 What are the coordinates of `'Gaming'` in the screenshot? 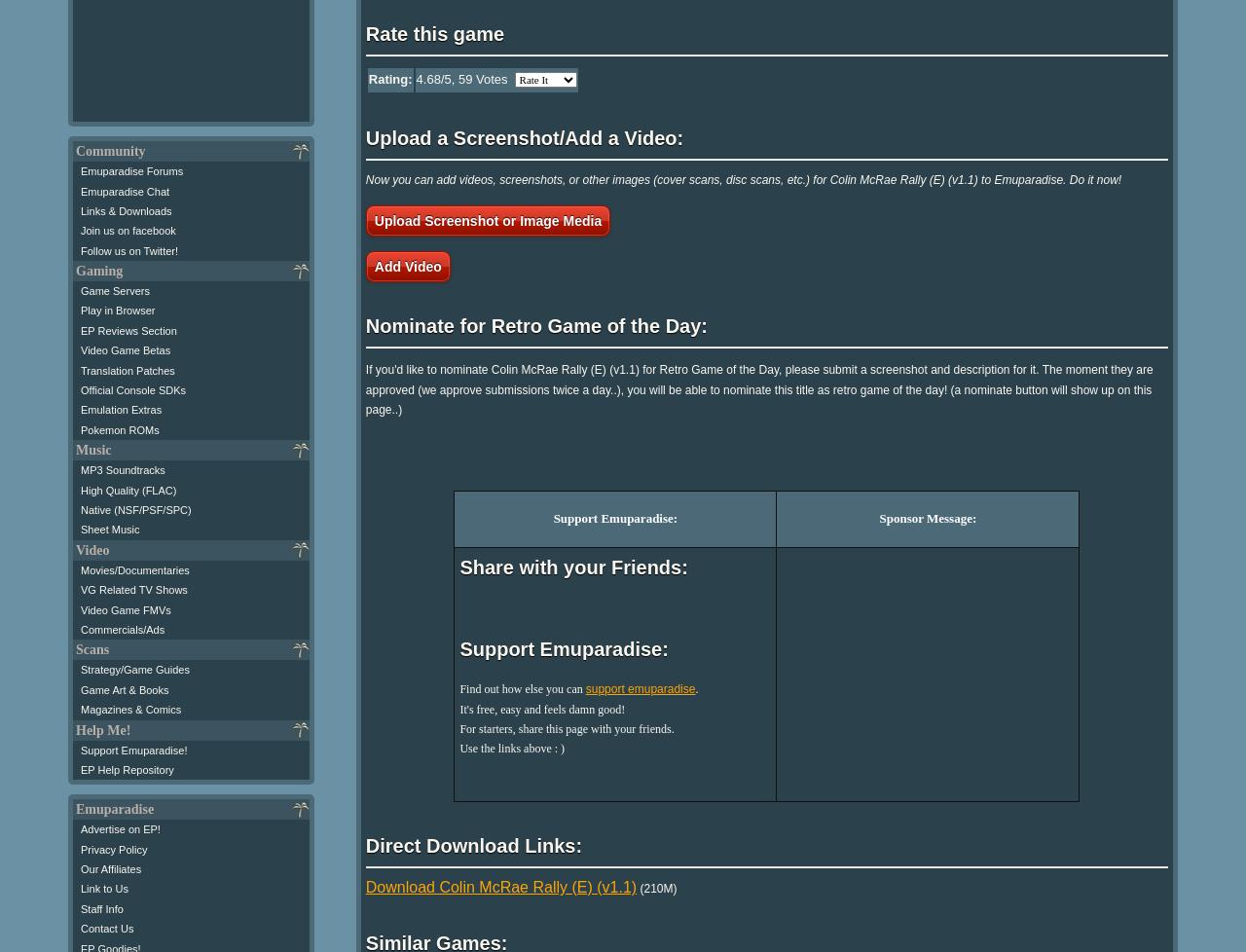 It's located at (98, 270).